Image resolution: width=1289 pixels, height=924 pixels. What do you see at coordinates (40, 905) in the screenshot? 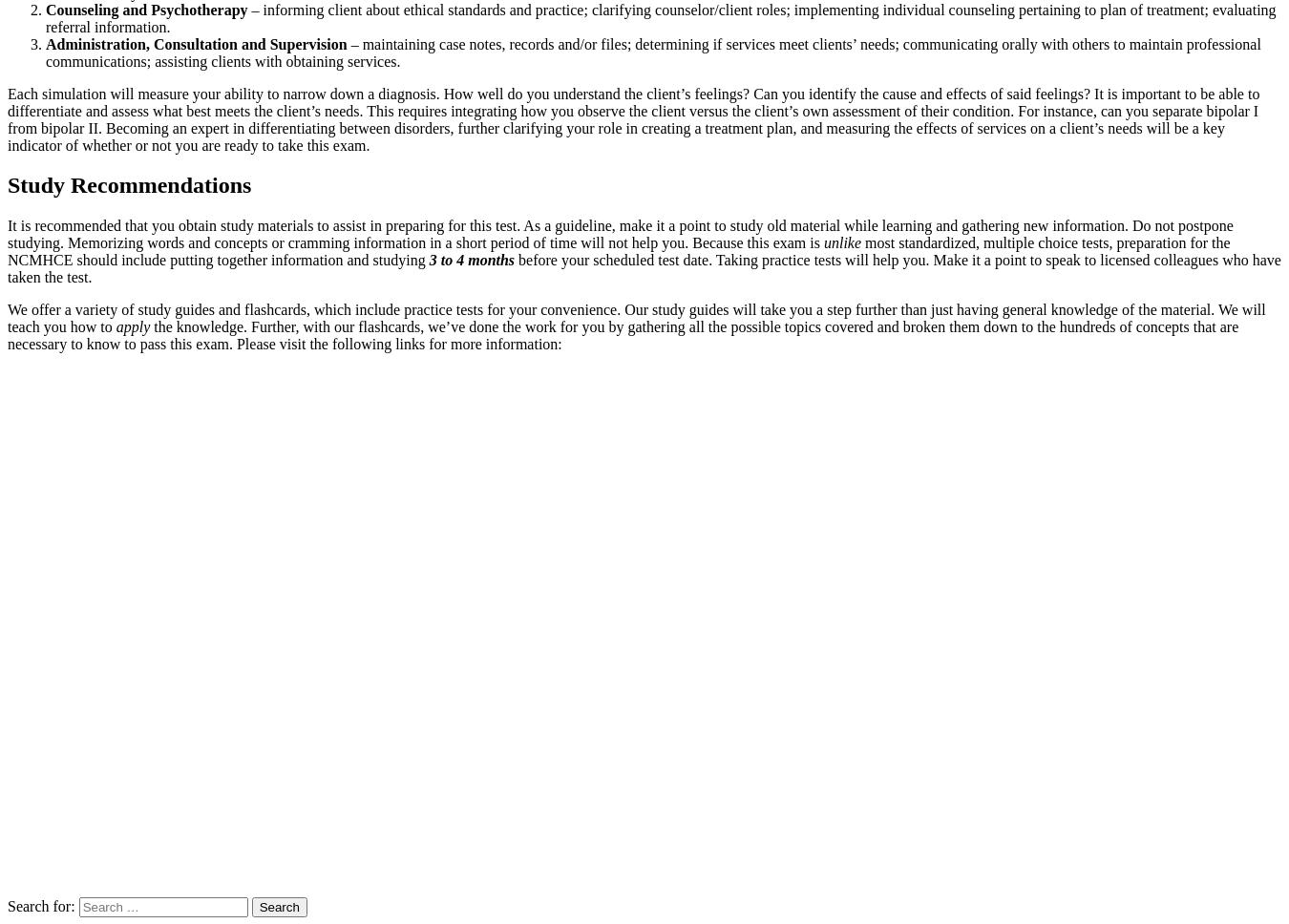
I see `'Search for:'` at bounding box center [40, 905].